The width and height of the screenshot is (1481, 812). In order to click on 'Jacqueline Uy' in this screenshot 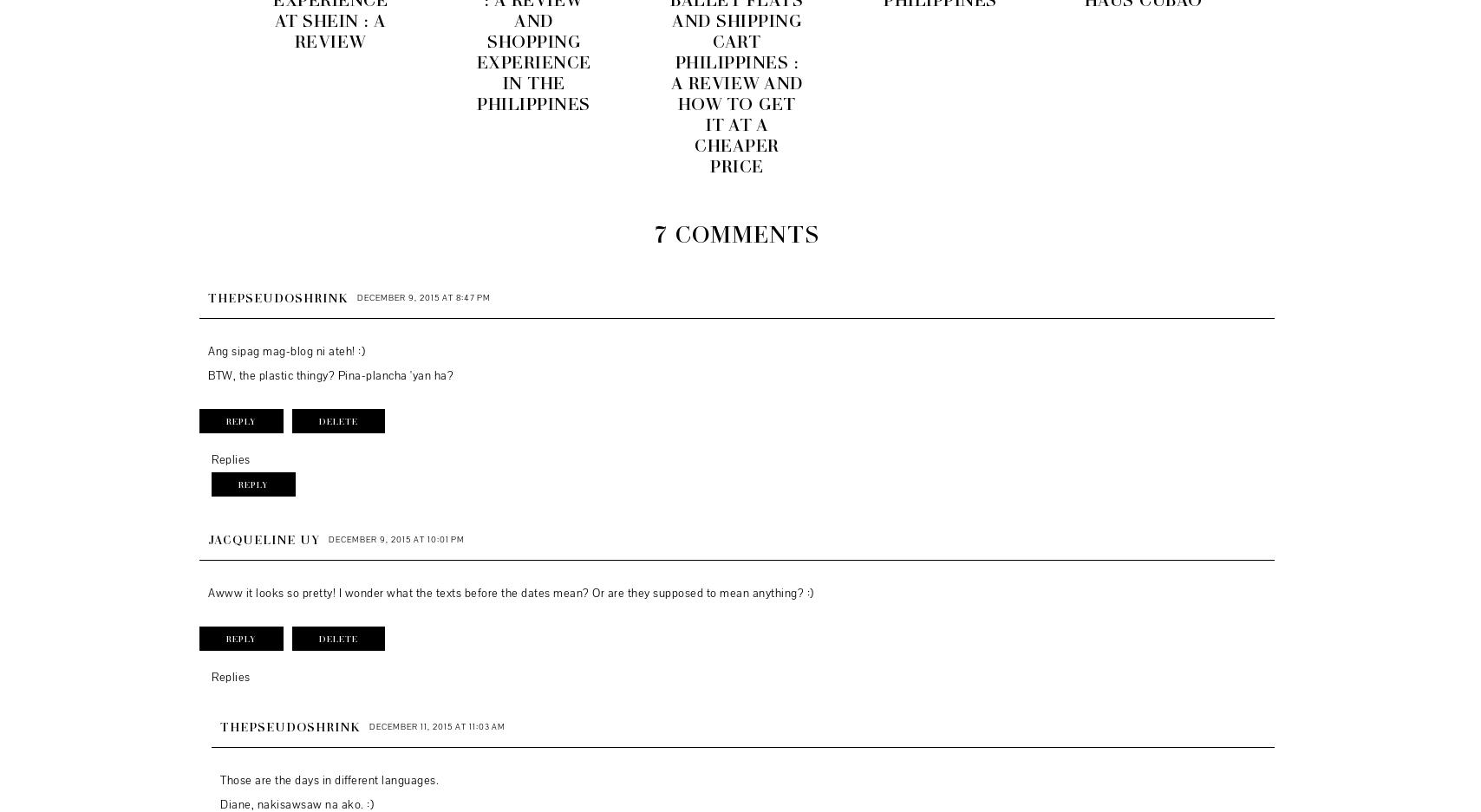, I will do `click(264, 538)`.